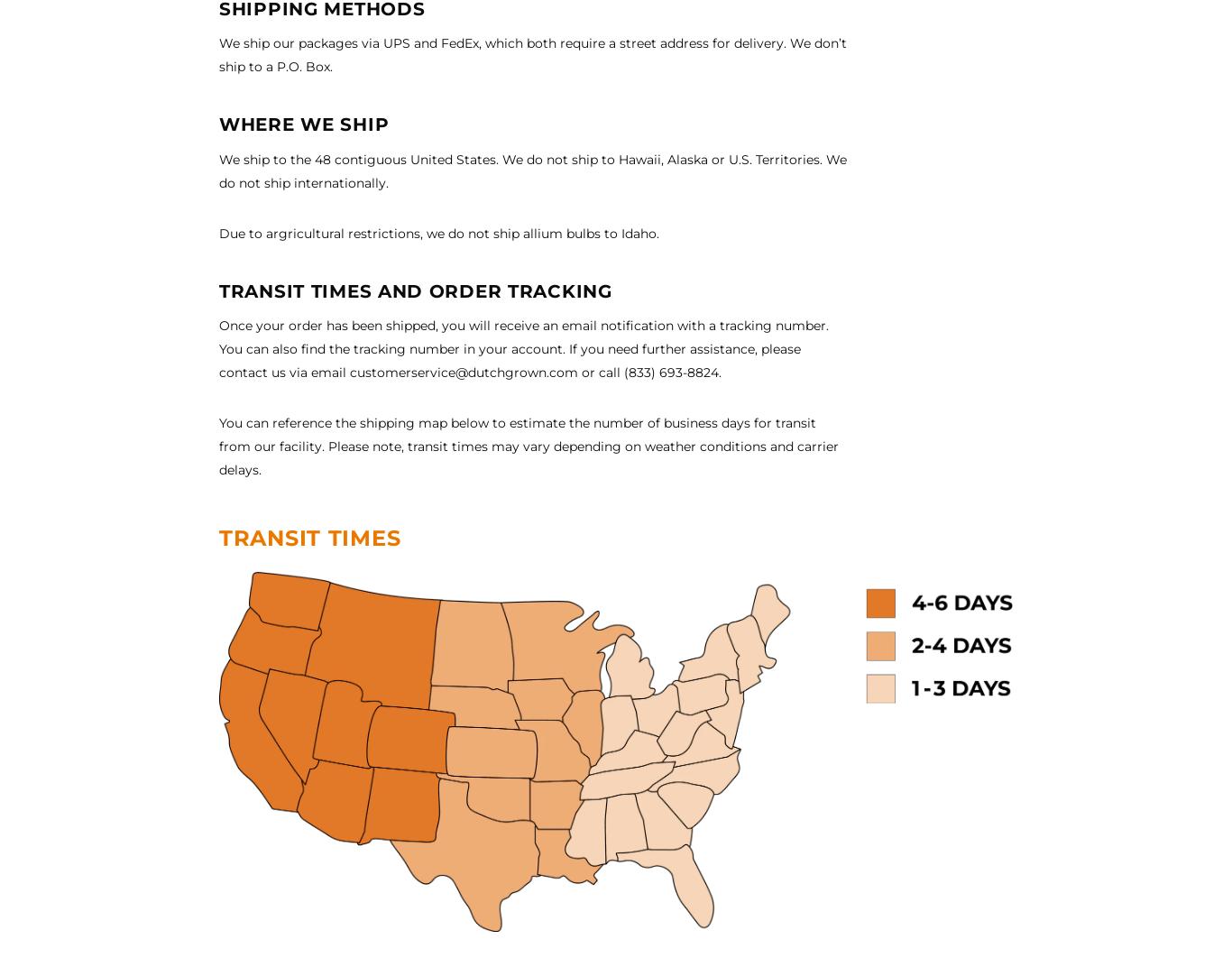  Describe the element at coordinates (532, 158) in the screenshot. I see `'We ship to the 48 contiguous United States. We do not ship to Hawaii, Alaska or U.S. Territories. We'` at that location.